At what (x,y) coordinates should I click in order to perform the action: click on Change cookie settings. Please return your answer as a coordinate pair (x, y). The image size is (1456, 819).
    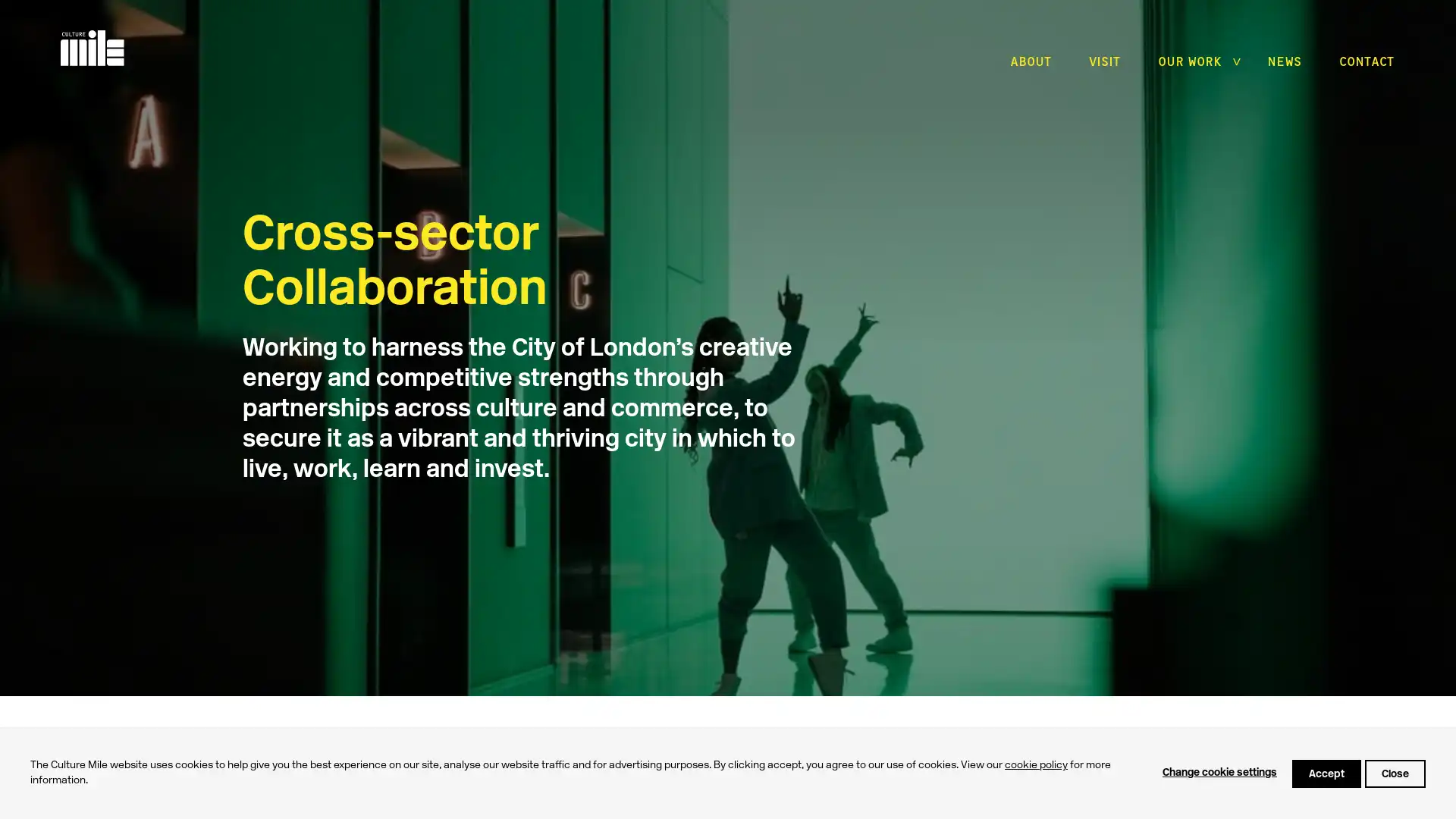
    Looking at the image, I should click on (1219, 773).